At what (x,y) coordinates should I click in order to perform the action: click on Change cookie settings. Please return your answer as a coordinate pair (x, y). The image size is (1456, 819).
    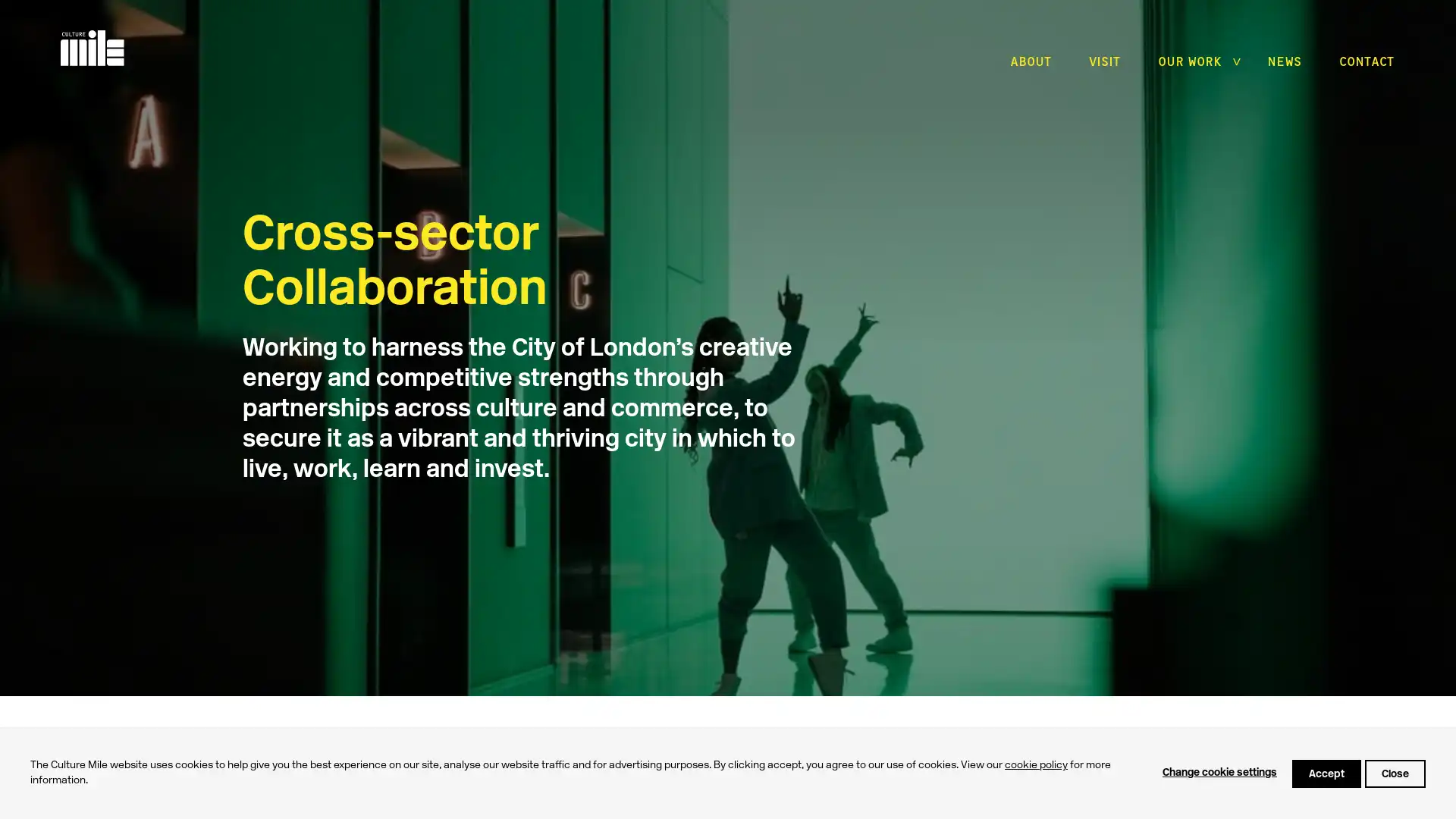
    Looking at the image, I should click on (1219, 773).